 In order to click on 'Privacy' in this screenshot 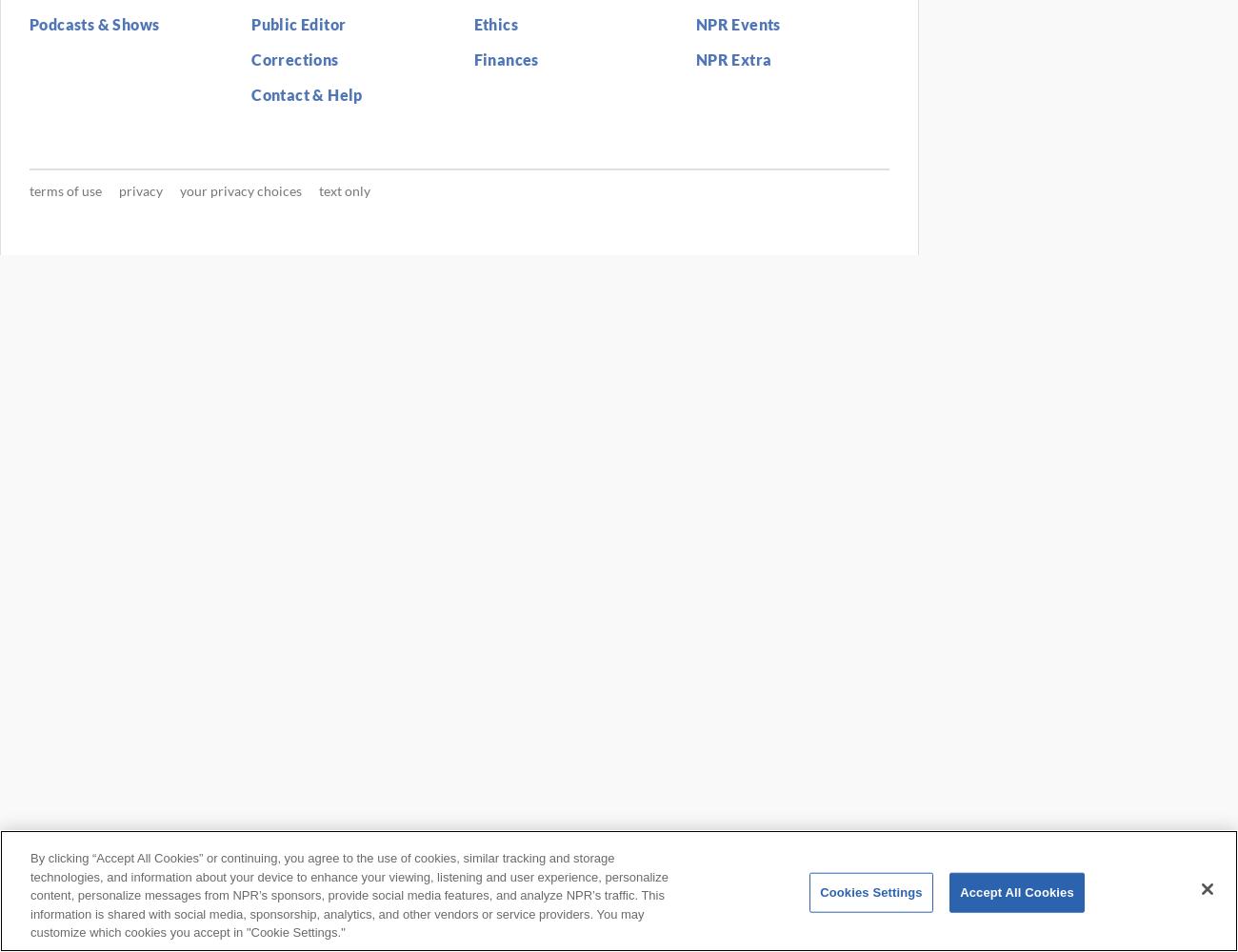, I will do `click(139, 188)`.